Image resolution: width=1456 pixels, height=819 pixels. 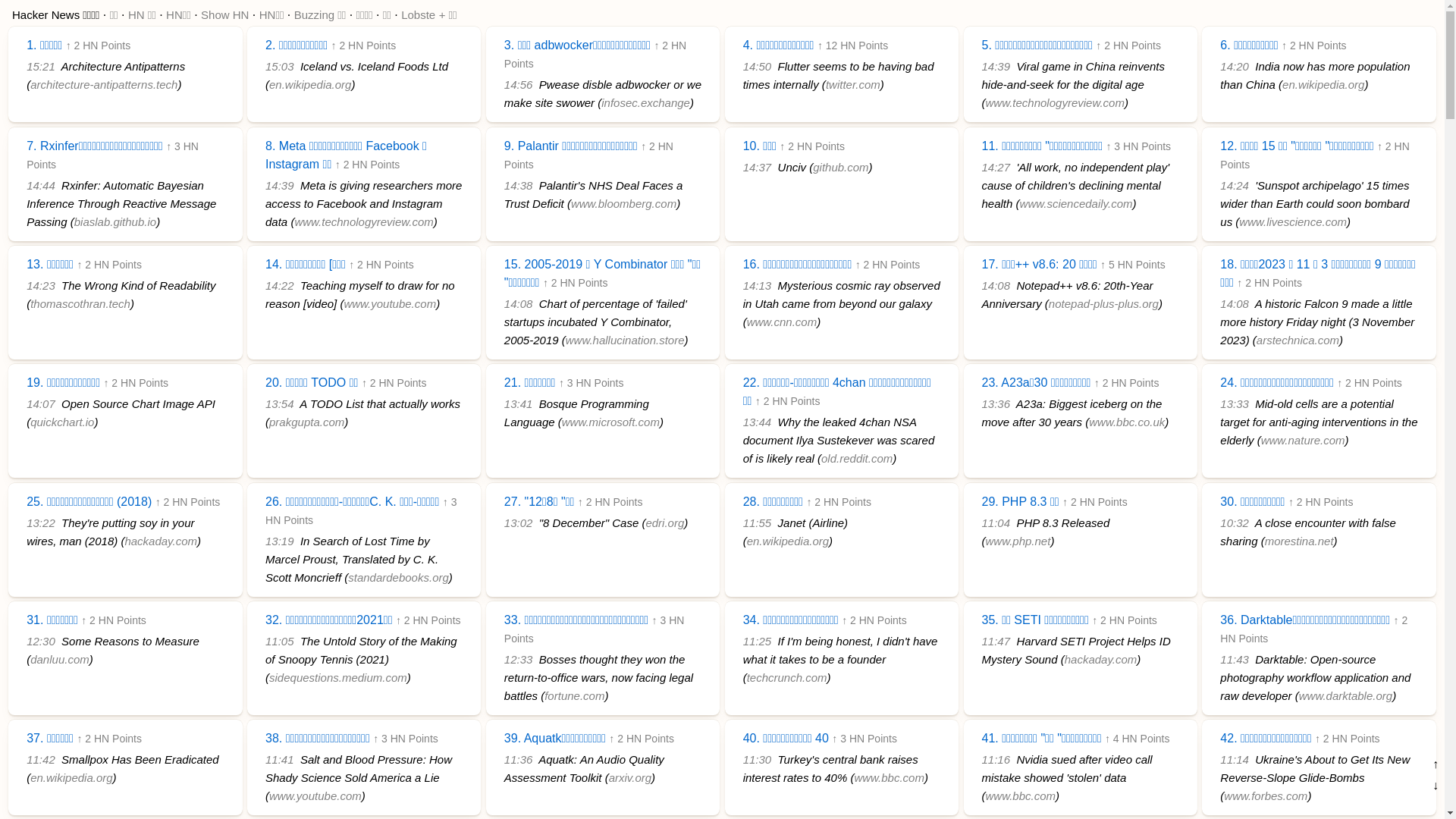 What do you see at coordinates (996, 167) in the screenshot?
I see `'14:27'` at bounding box center [996, 167].